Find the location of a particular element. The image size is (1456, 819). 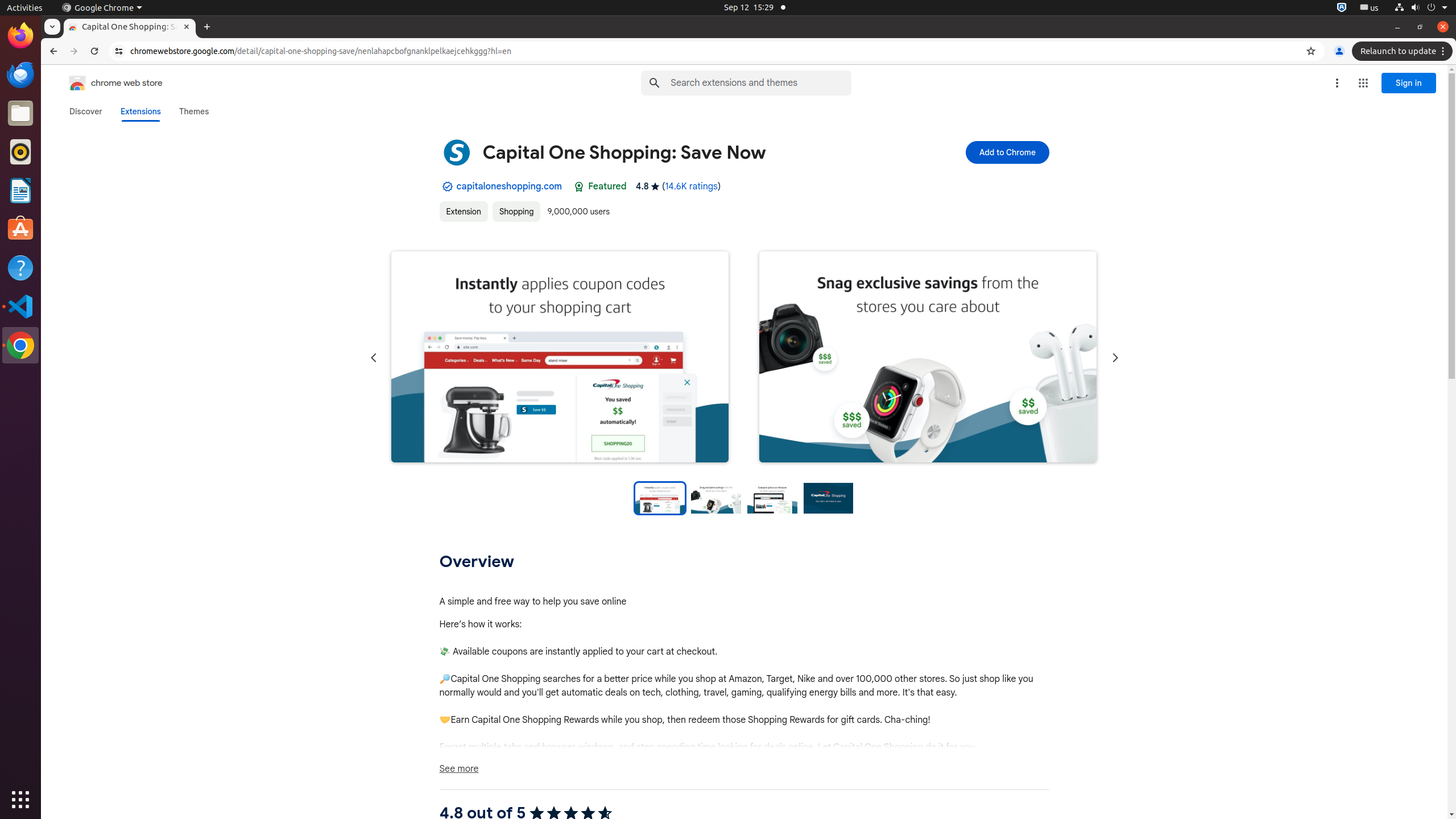

'Preview slide 4' is located at coordinates (828, 497).